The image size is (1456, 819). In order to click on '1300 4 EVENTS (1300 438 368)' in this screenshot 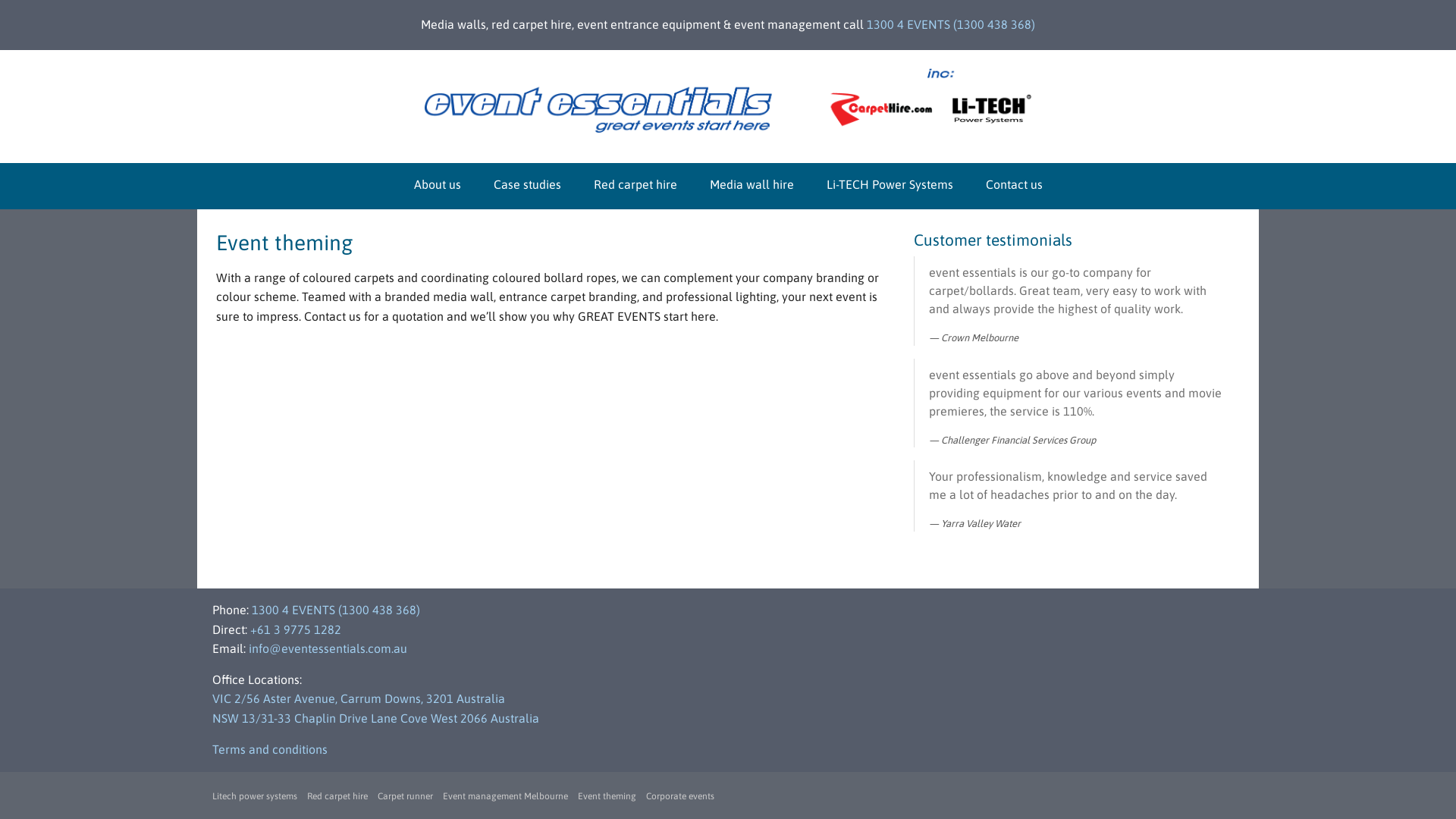, I will do `click(949, 24)`.